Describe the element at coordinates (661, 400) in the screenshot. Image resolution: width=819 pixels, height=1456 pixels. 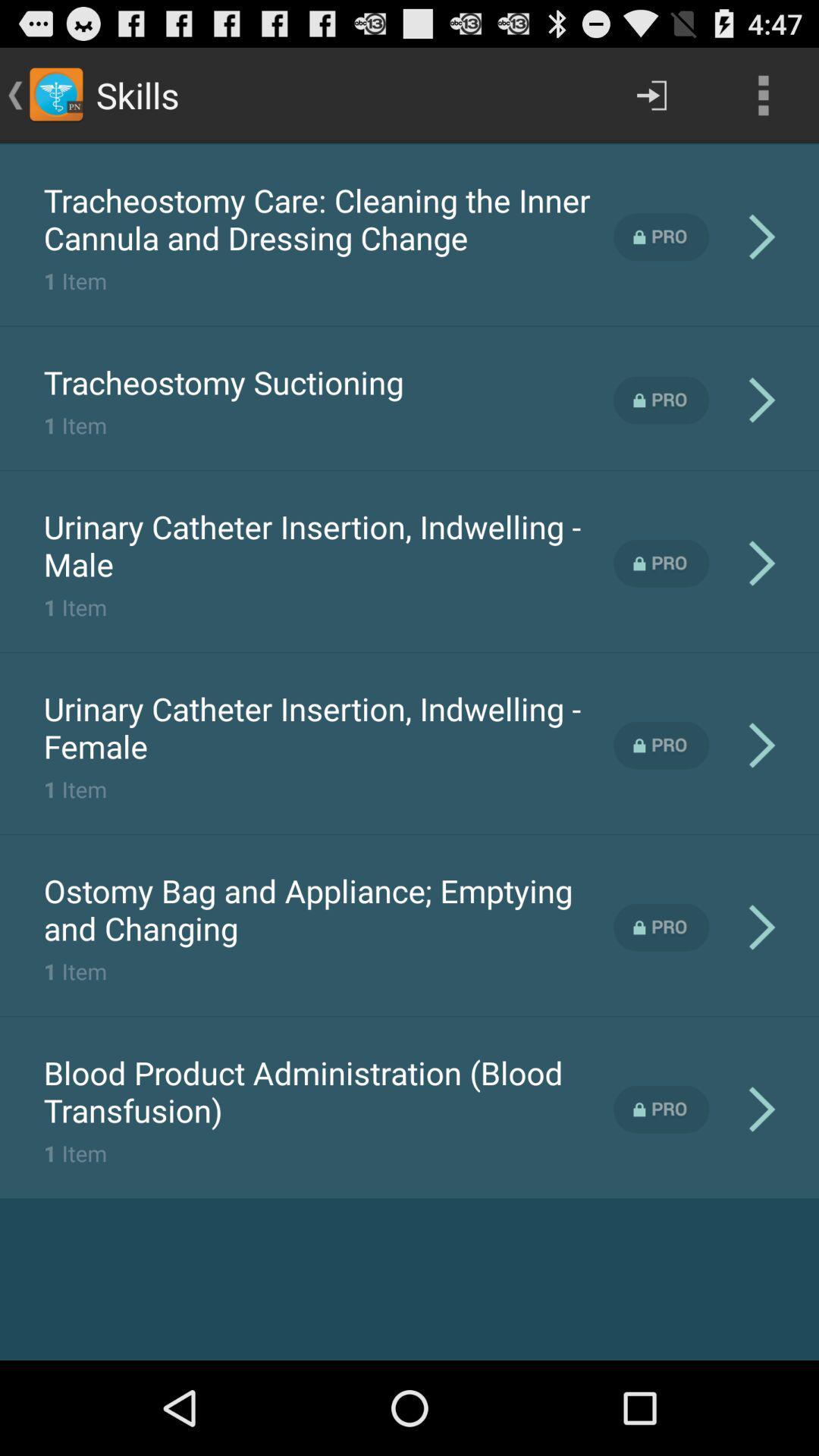
I see `locked pro options` at that location.